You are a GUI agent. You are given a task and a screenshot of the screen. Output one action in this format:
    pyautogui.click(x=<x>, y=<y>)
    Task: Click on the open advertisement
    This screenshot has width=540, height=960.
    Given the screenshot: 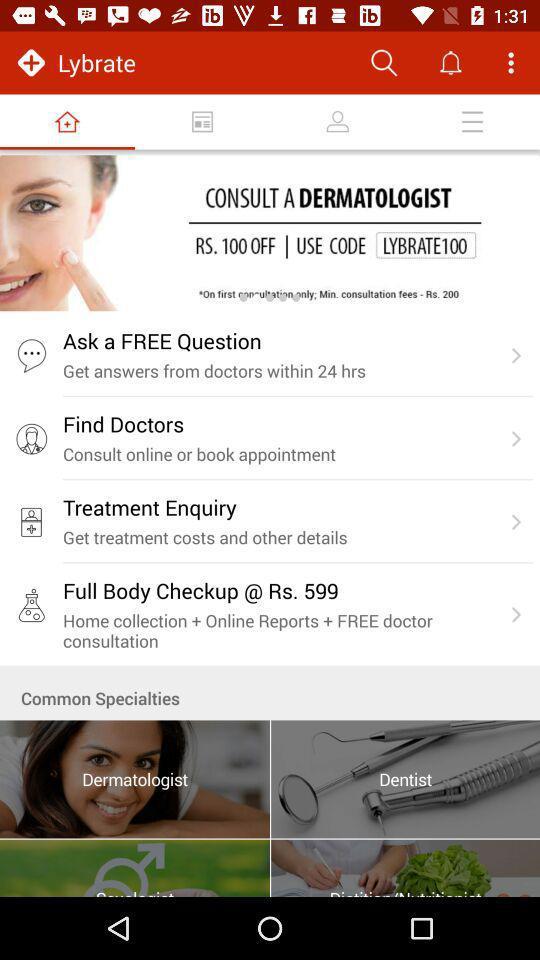 What is the action you would take?
    pyautogui.click(x=270, y=233)
    